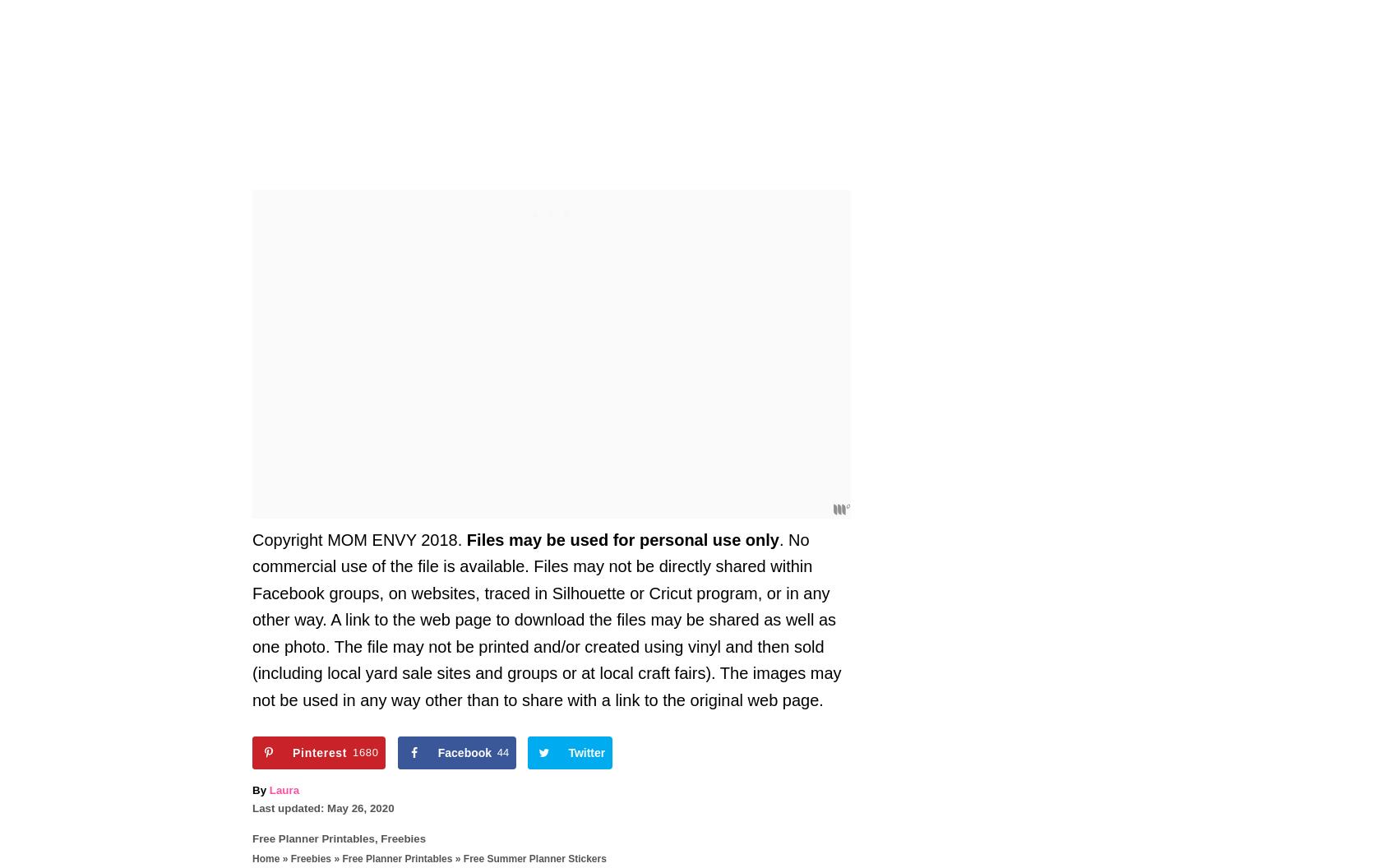 The height and width of the screenshot is (868, 1391). What do you see at coordinates (363, 751) in the screenshot?
I see `'1680'` at bounding box center [363, 751].